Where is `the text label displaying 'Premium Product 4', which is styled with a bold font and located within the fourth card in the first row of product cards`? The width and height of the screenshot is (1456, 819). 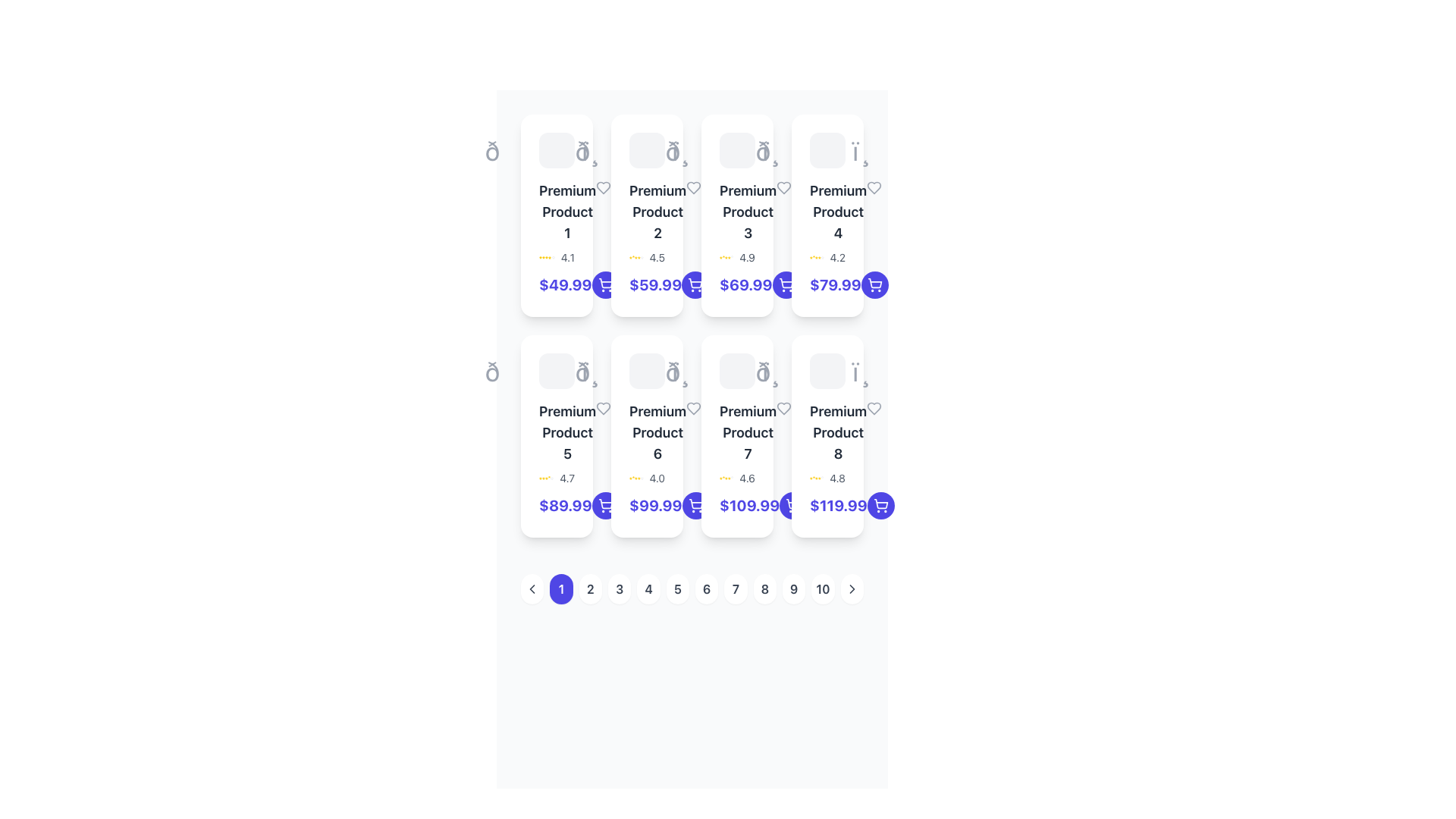
the text label displaying 'Premium Product 4', which is styled with a bold font and located within the fourth card in the first row of product cards is located at coordinates (827, 212).